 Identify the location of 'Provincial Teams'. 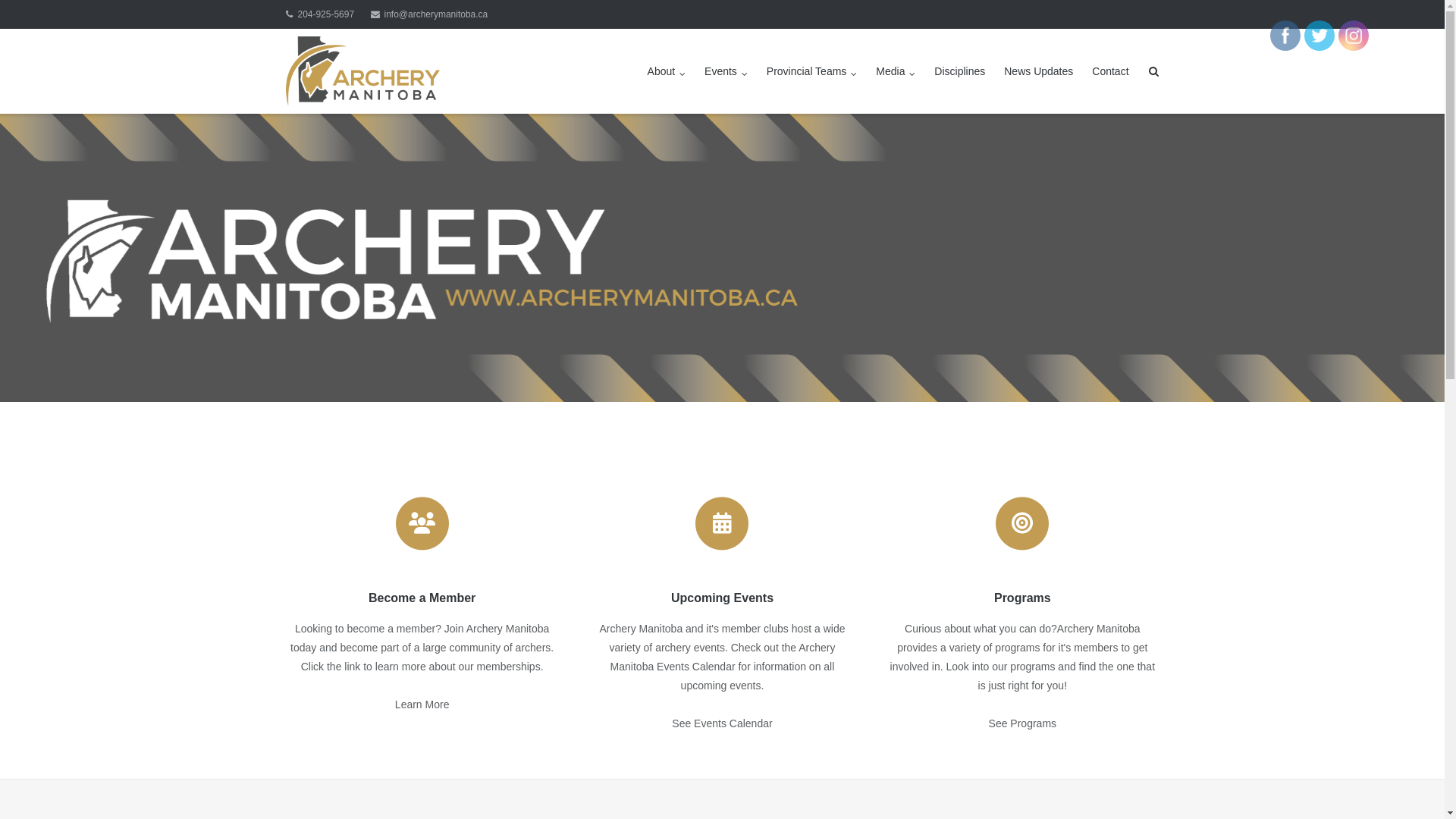
(811, 71).